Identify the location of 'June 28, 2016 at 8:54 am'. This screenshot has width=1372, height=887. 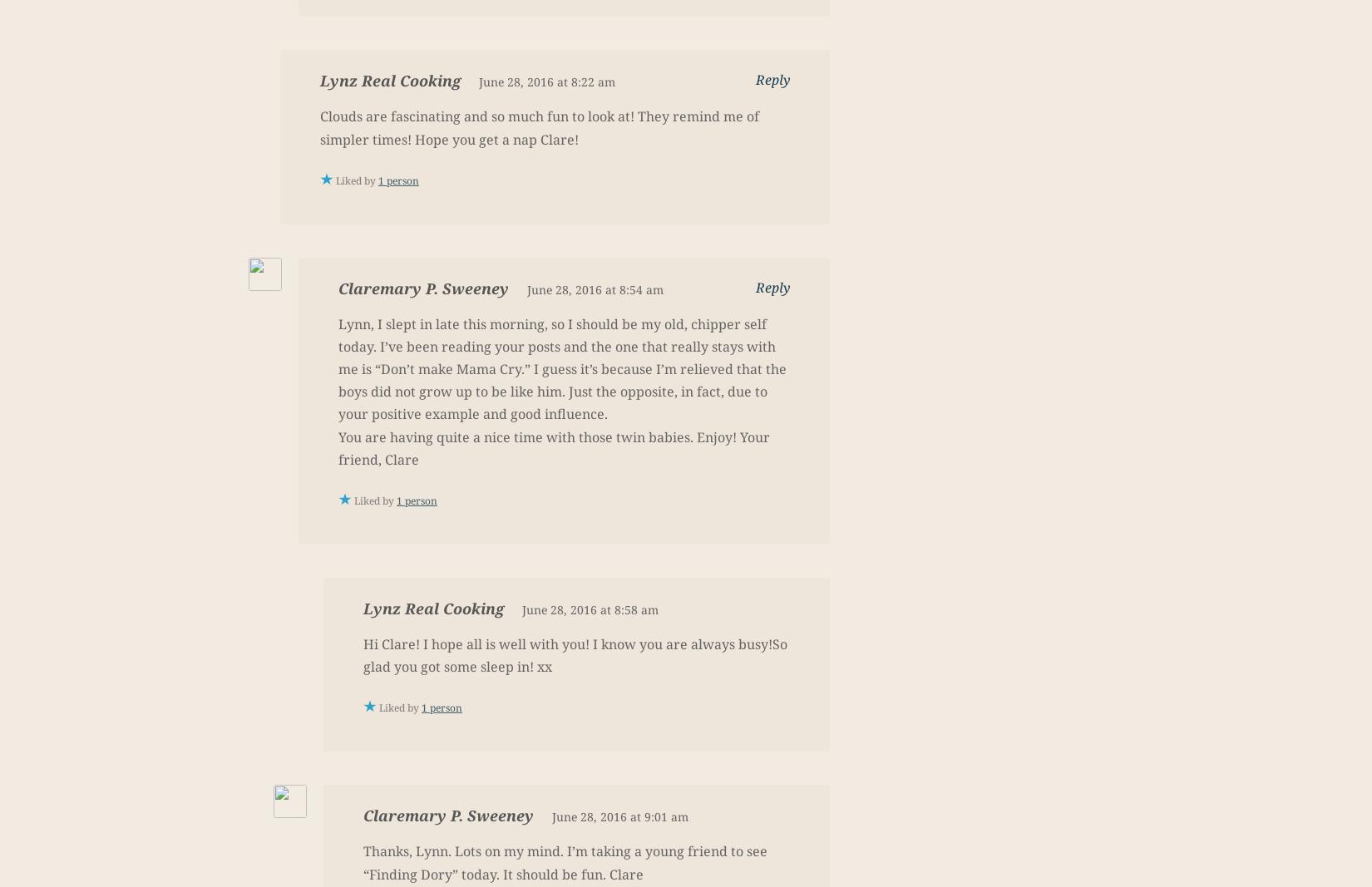
(594, 288).